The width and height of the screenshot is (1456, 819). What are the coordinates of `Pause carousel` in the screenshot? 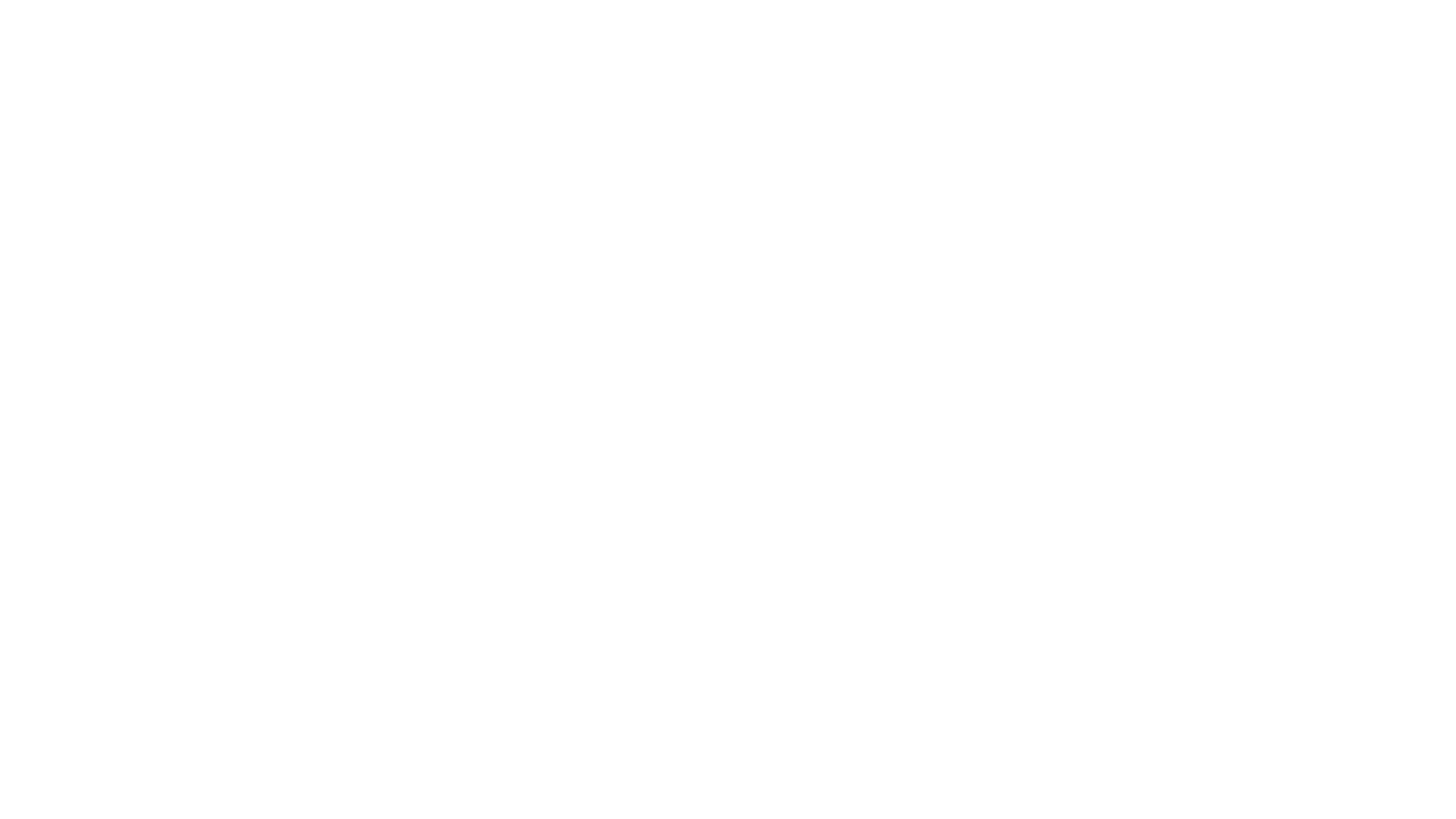 It's located at (297, 104).